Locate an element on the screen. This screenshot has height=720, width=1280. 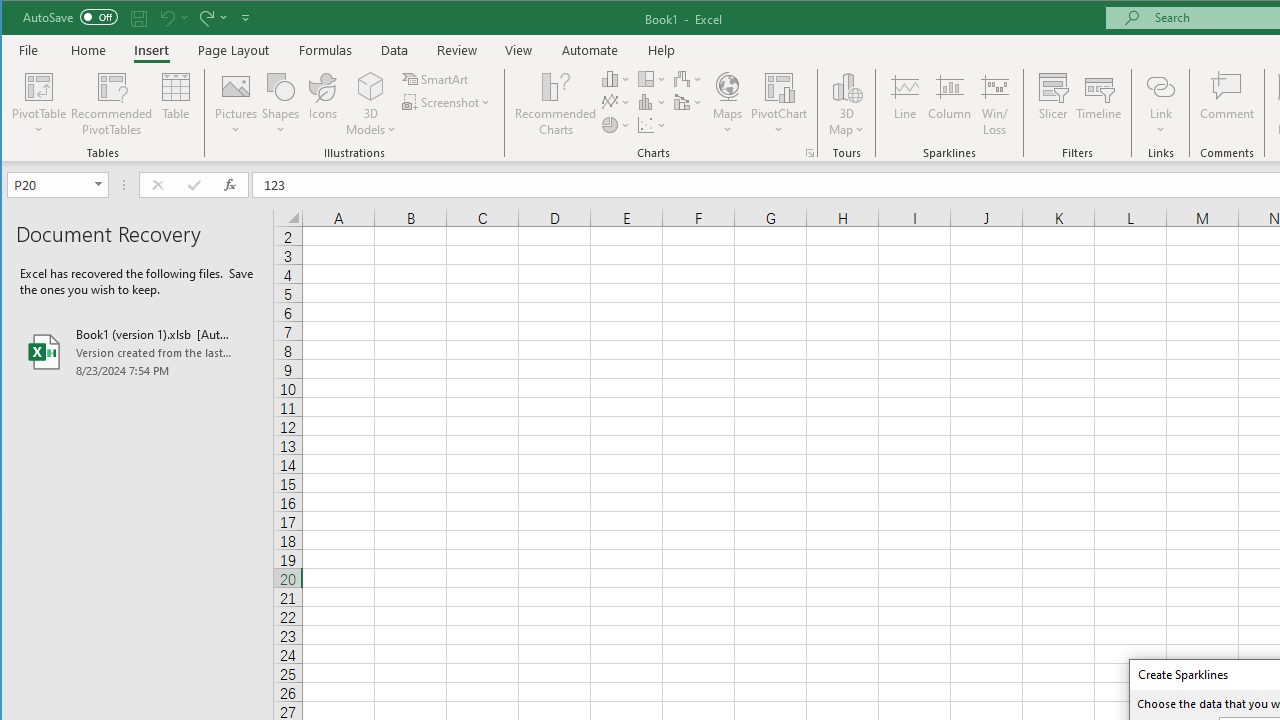
'Insert Hierarchy Chart' is located at coordinates (652, 78).